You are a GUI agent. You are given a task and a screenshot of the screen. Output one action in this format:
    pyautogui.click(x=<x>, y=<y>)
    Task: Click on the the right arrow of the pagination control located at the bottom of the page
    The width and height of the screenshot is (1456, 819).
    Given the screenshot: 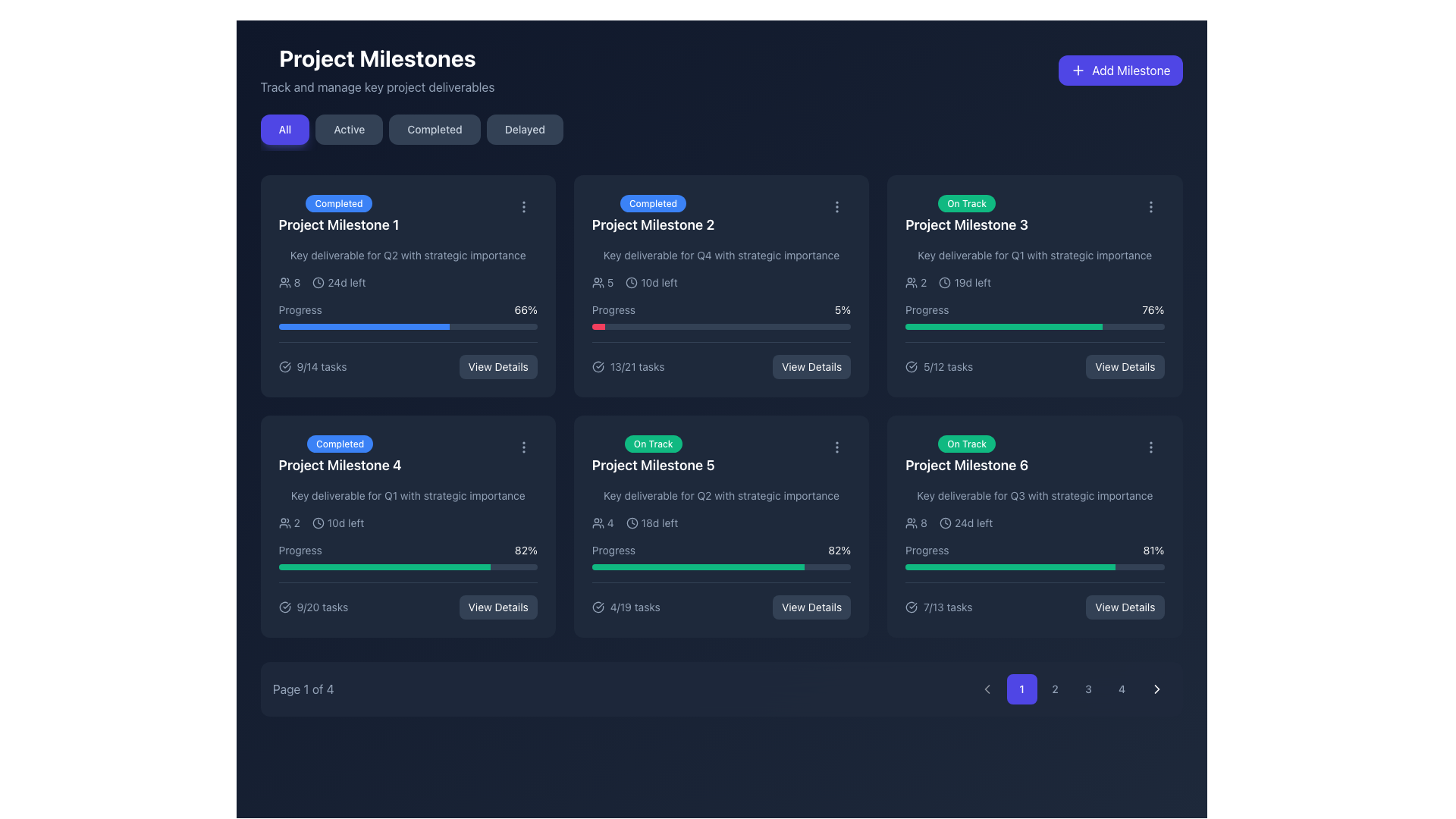 What is the action you would take?
    pyautogui.click(x=720, y=689)
    